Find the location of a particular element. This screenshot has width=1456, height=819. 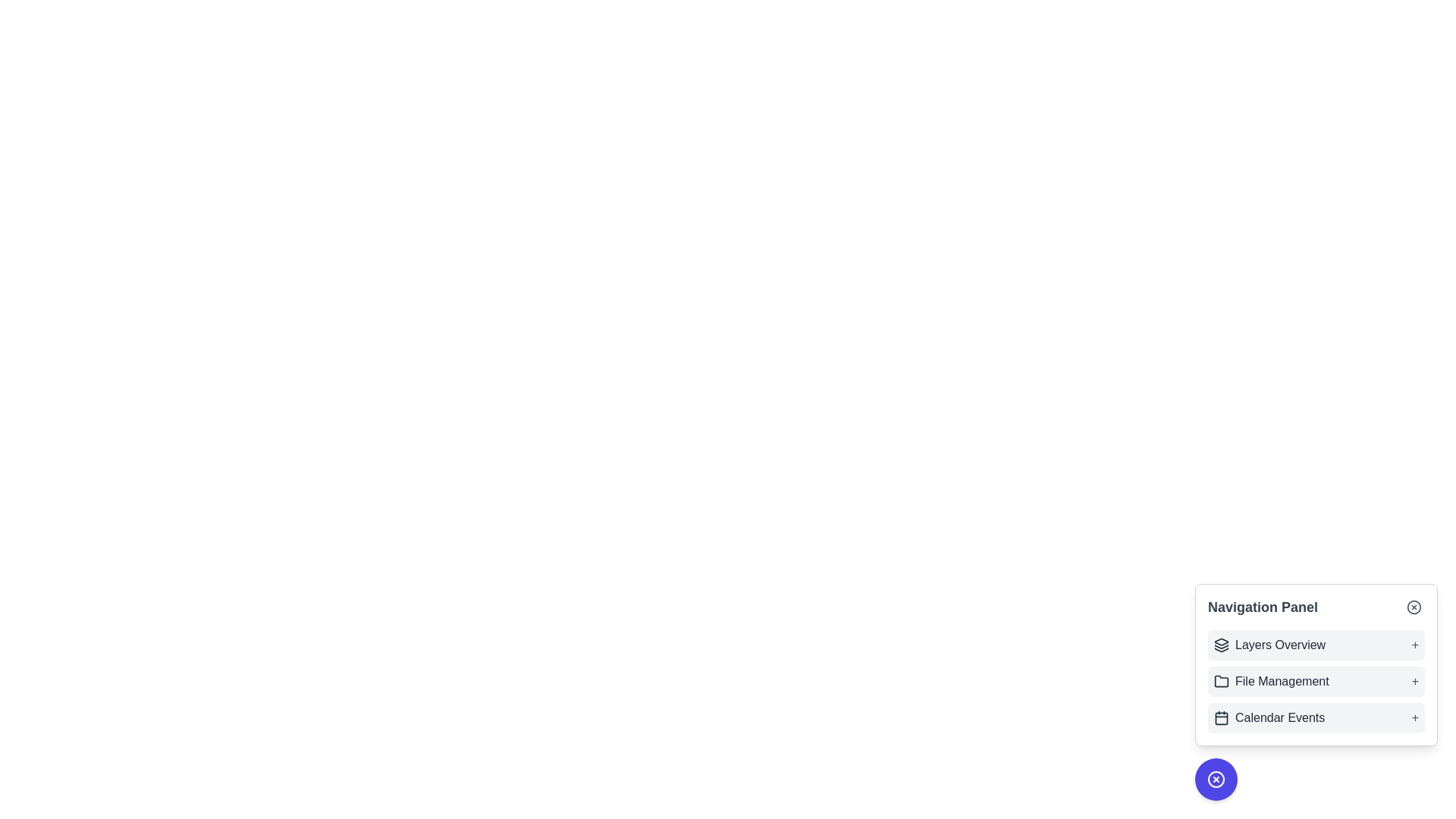

the first entry in the navigation panel labeled 'Layers Overview', which features an icon of stacked layers and a '+' symbol is located at coordinates (1316, 645).